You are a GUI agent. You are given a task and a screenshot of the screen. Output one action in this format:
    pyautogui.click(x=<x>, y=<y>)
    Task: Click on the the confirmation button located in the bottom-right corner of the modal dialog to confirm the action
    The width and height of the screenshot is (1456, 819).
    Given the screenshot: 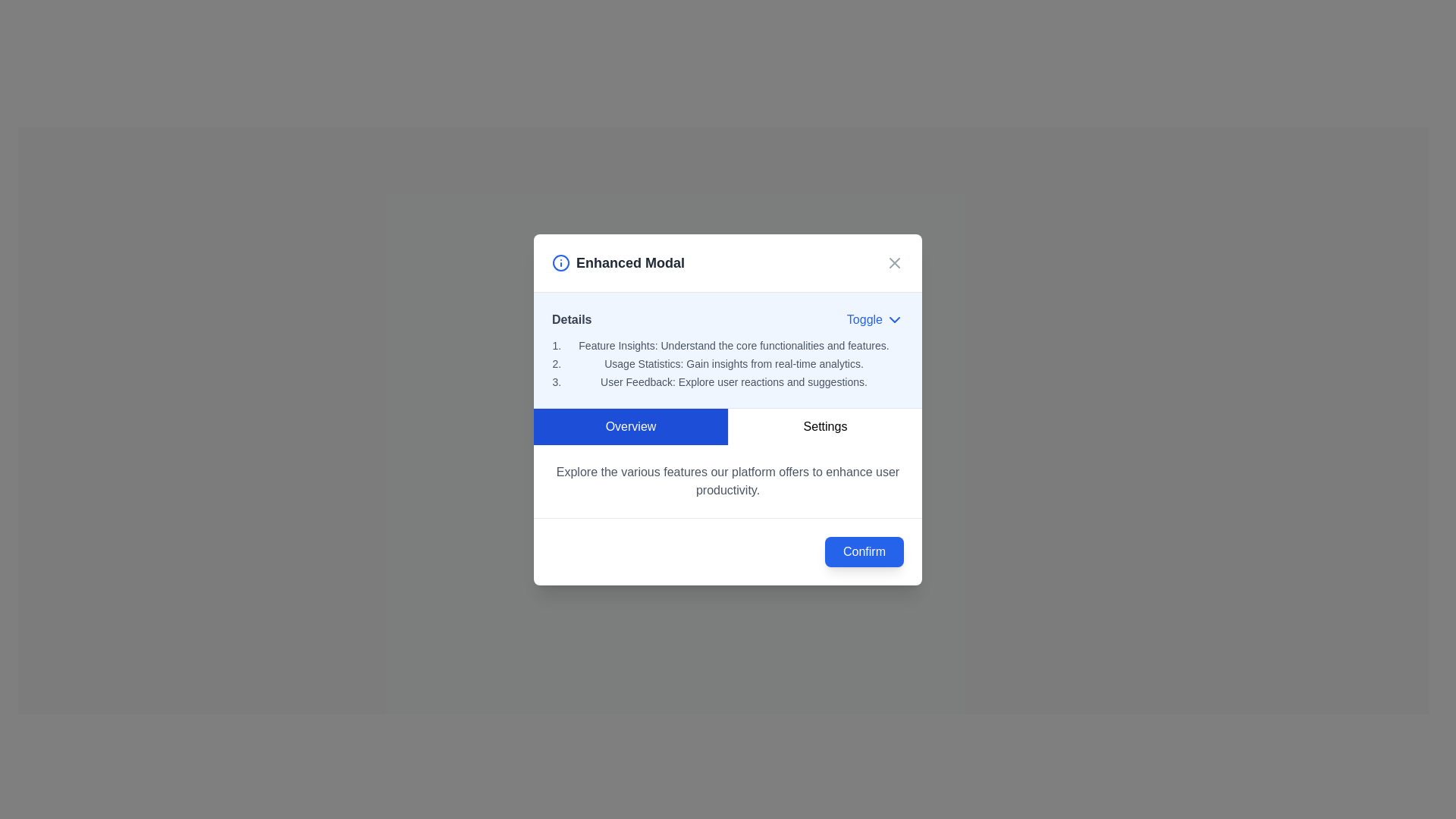 What is the action you would take?
    pyautogui.click(x=863, y=551)
    